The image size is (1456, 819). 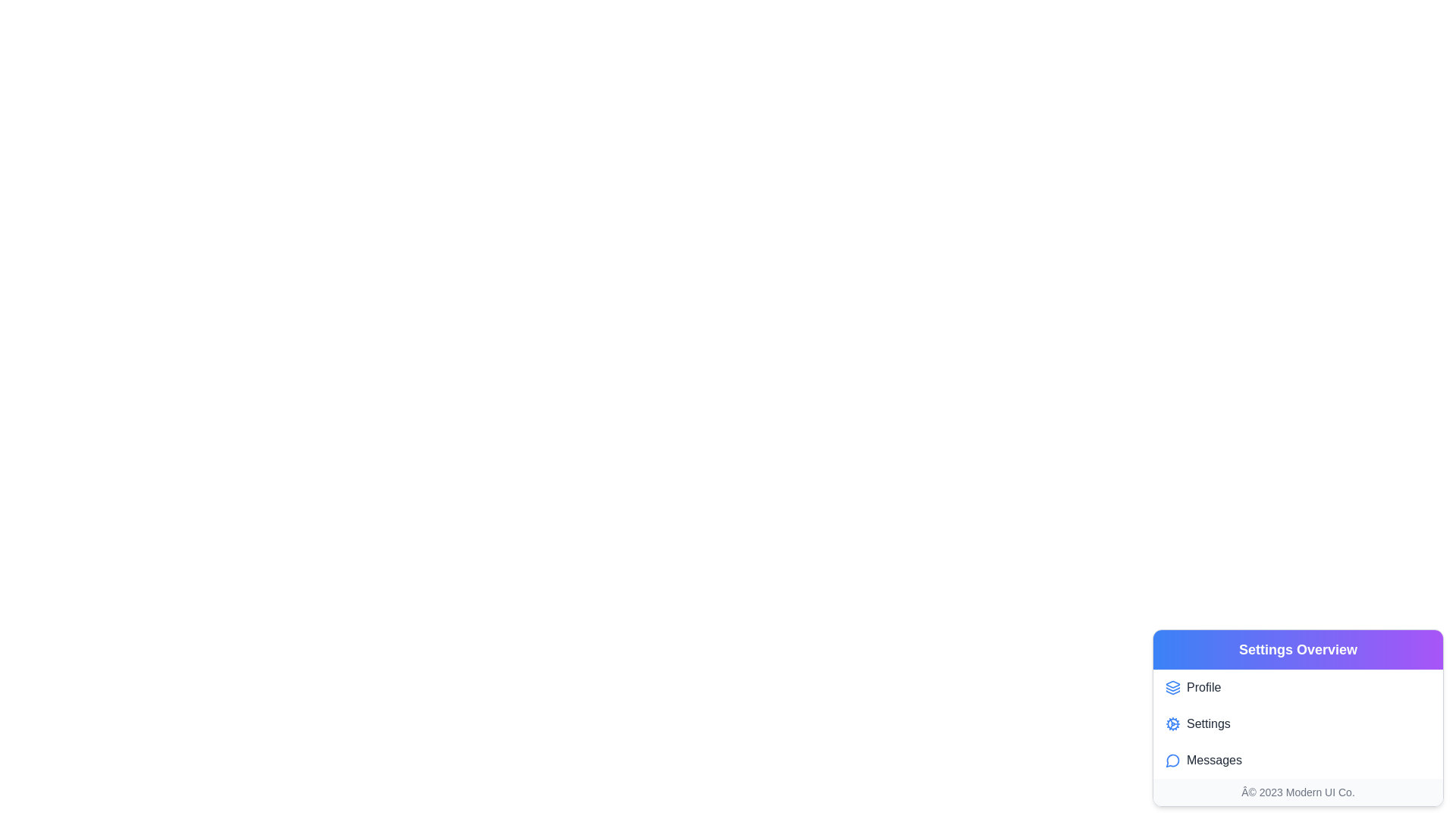 What do you see at coordinates (1172, 684) in the screenshot?
I see `the graphical icon component in the bottom-right corner of the 'Settings Overview' sidebar, which resembles a flat polygonal shape indicating layers` at bounding box center [1172, 684].